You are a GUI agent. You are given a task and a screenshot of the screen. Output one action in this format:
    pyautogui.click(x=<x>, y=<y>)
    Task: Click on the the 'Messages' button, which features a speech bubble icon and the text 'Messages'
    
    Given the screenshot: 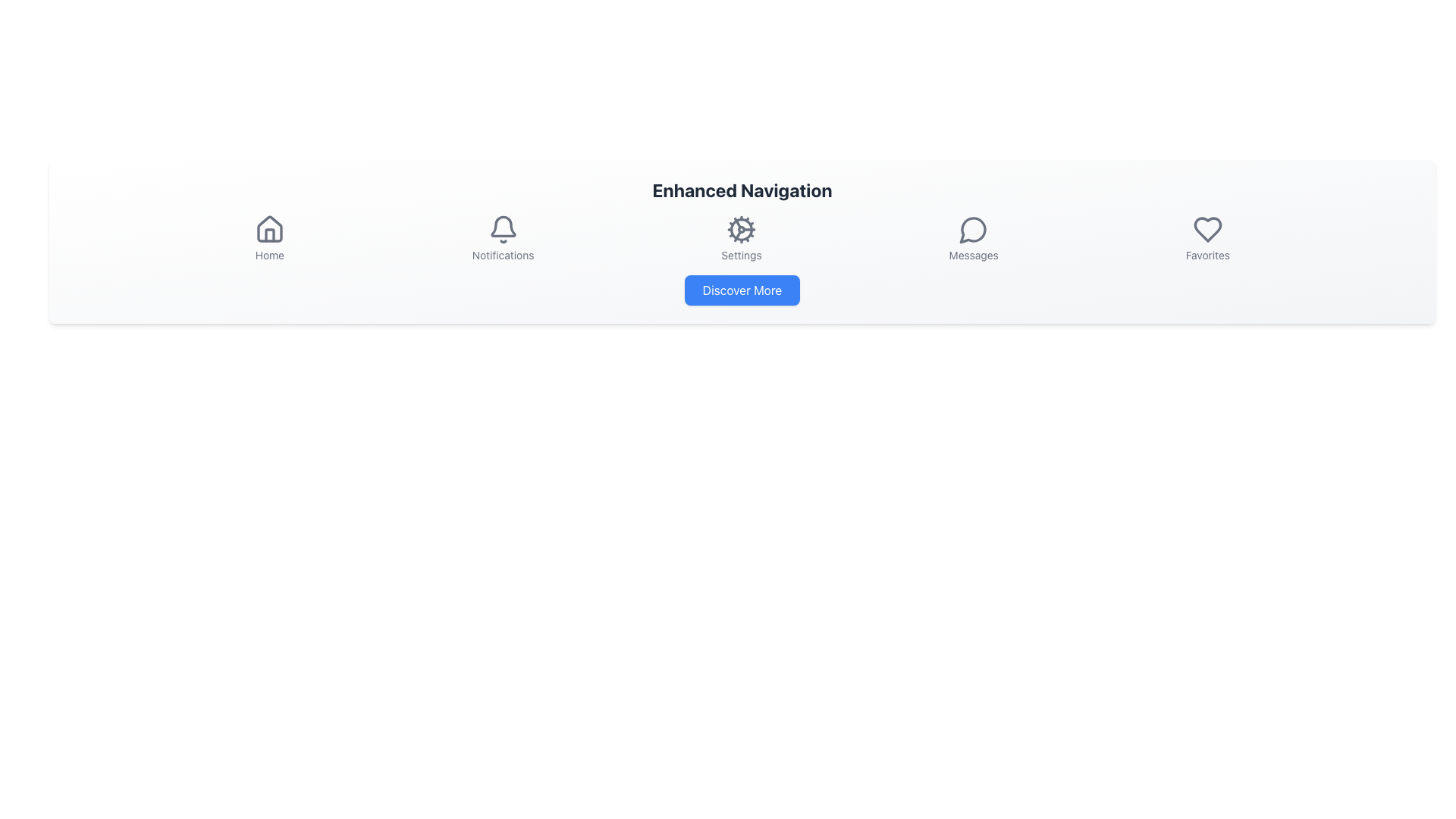 What is the action you would take?
    pyautogui.click(x=973, y=239)
    